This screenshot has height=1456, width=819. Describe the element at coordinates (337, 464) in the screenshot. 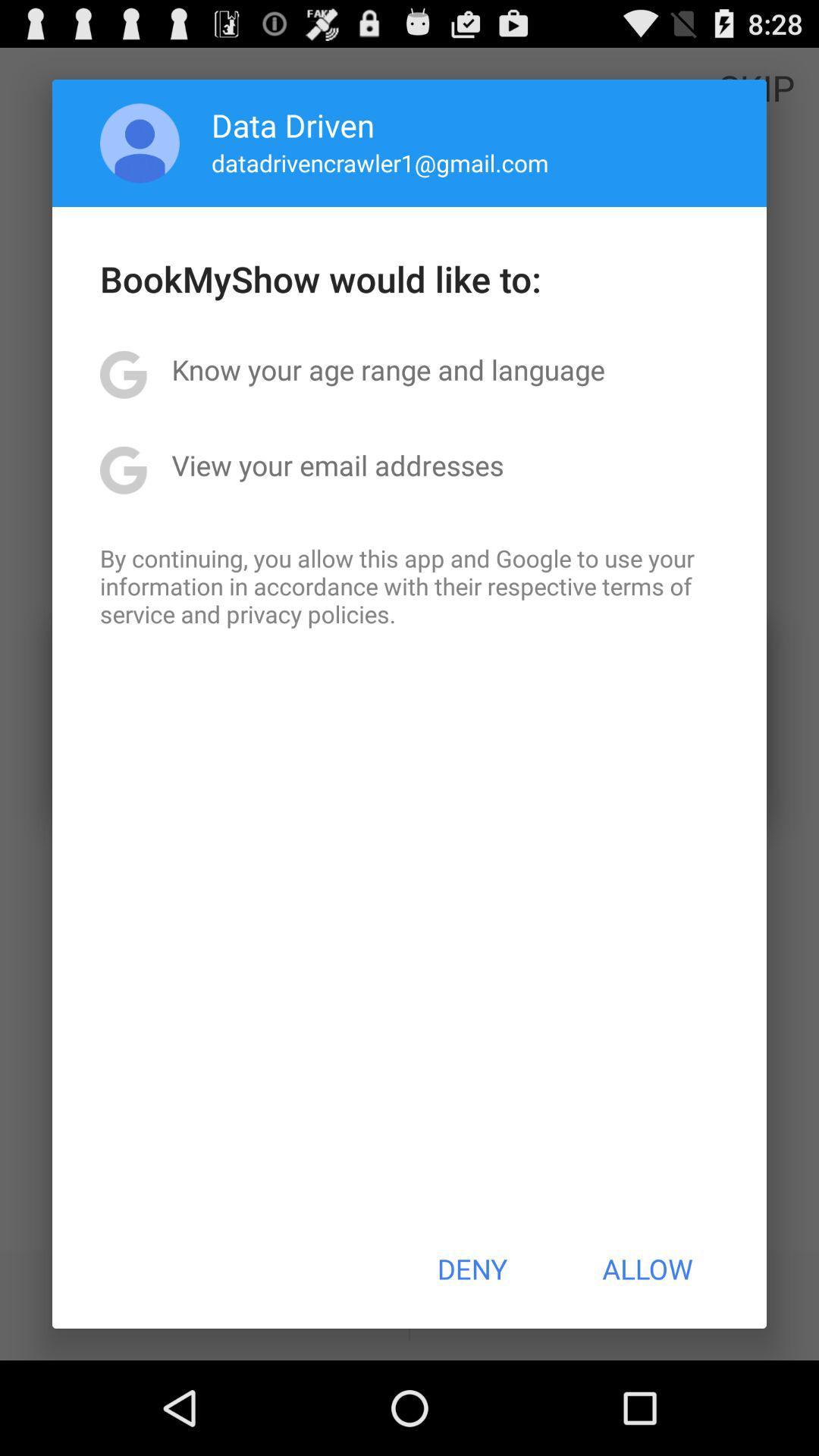

I see `the item above the by continuing you icon` at that location.